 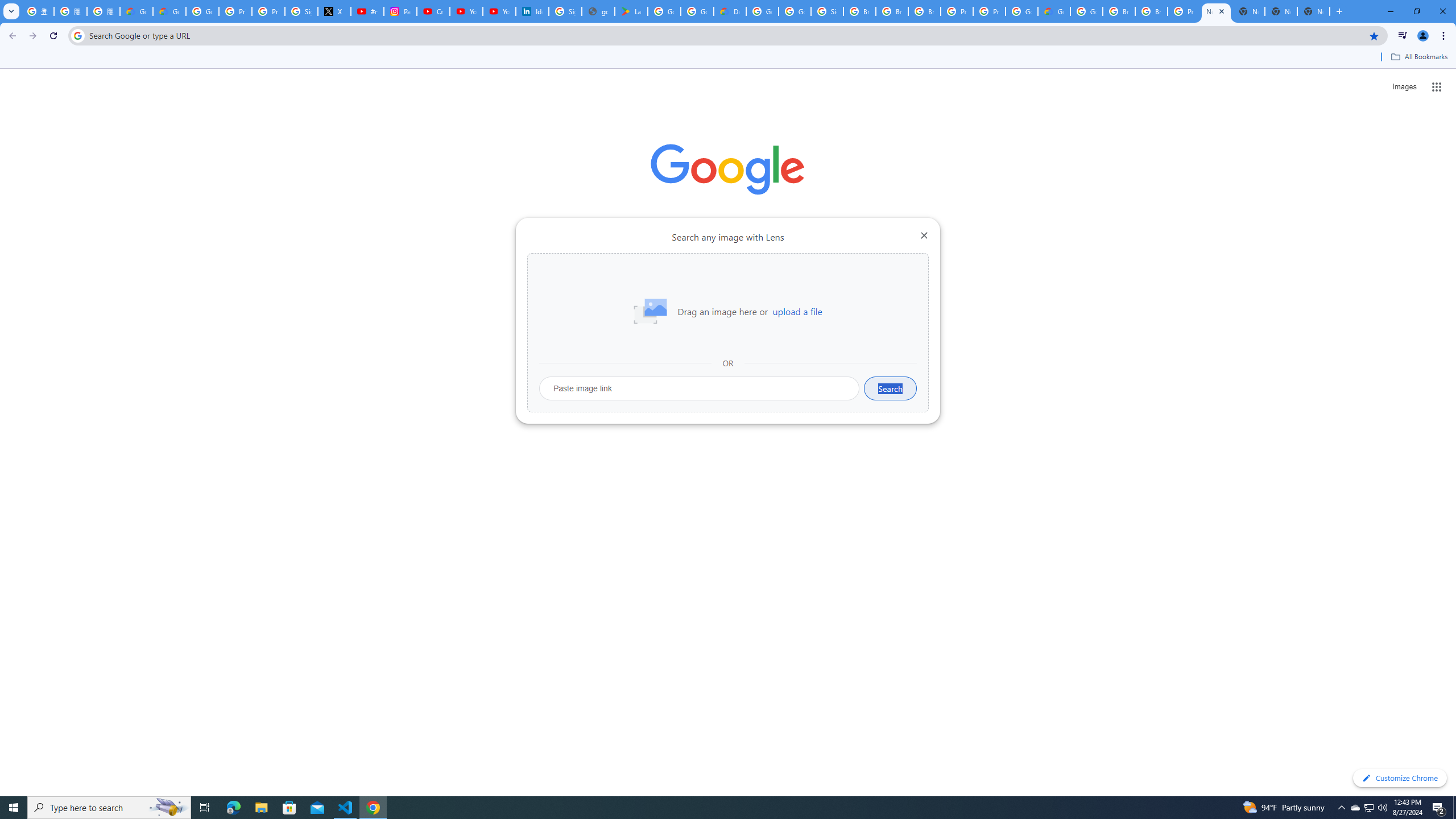 I want to click on 'upload a file', so click(x=797, y=311).